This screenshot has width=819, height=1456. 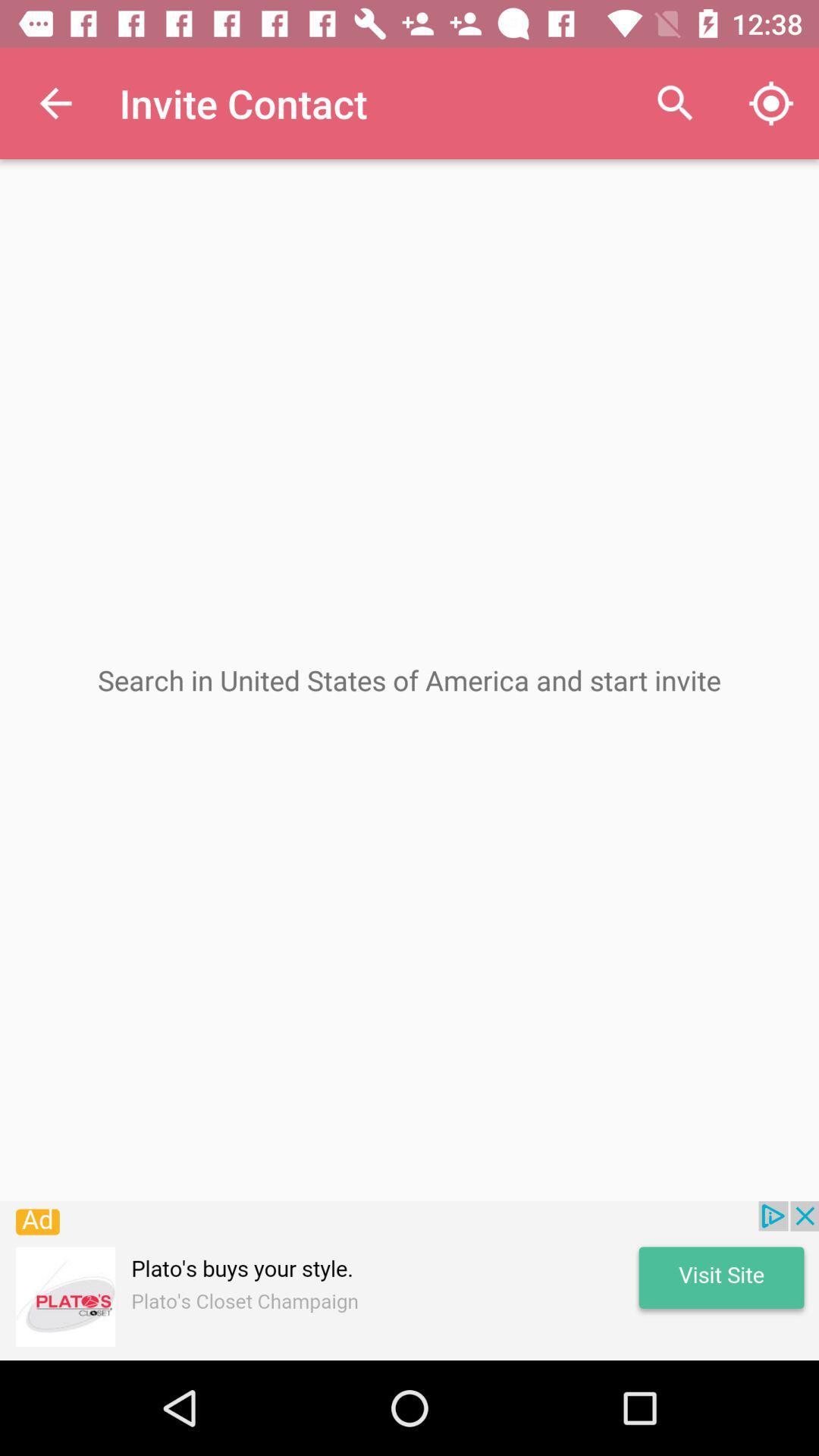 I want to click on advertisement from outside source, so click(x=409, y=1280).